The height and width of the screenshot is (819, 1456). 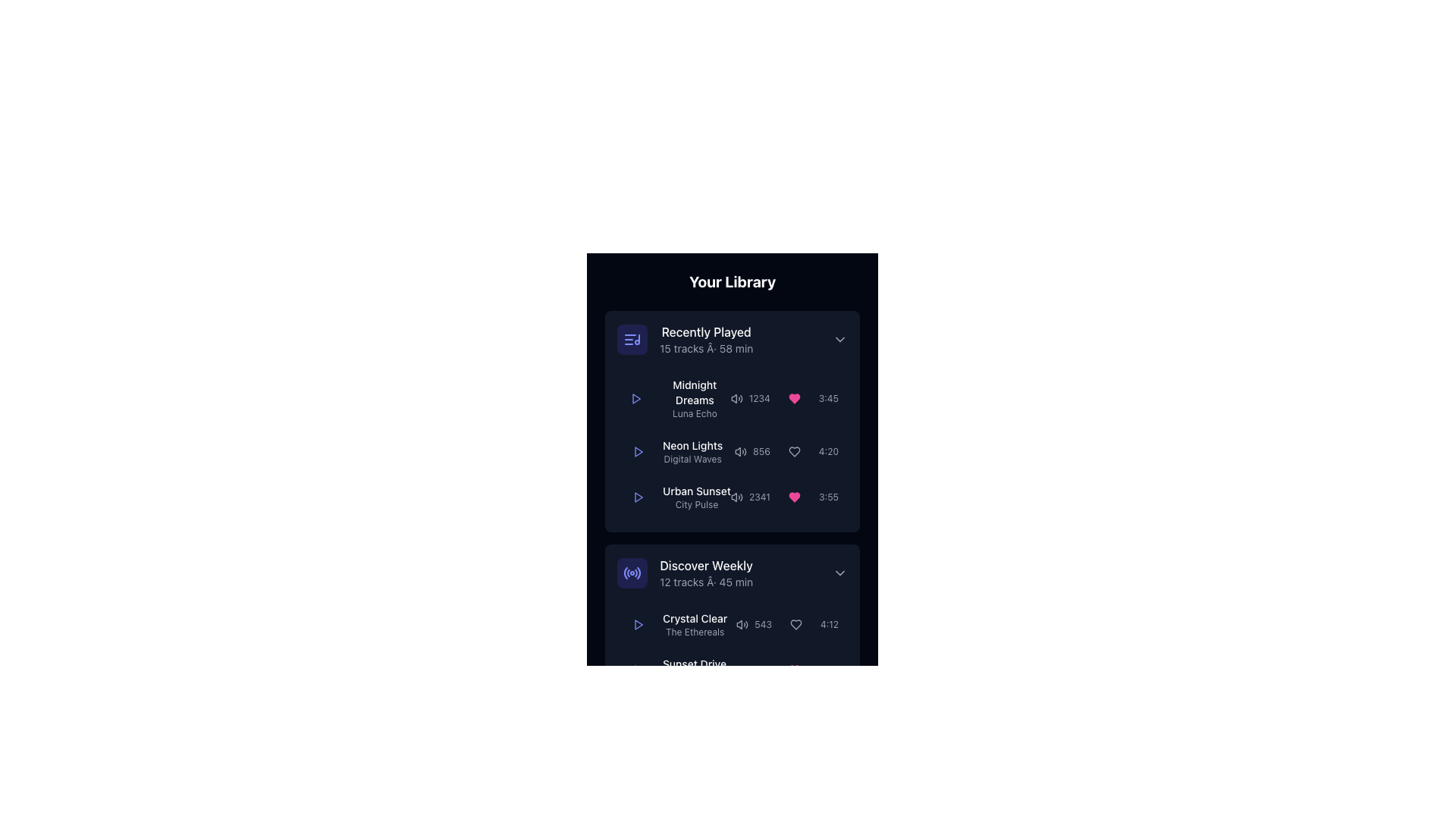 I want to click on the first interactive list item in the 'Recently Played' section to play the 'Midnight Dreams' track, so click(x=732, y=397).